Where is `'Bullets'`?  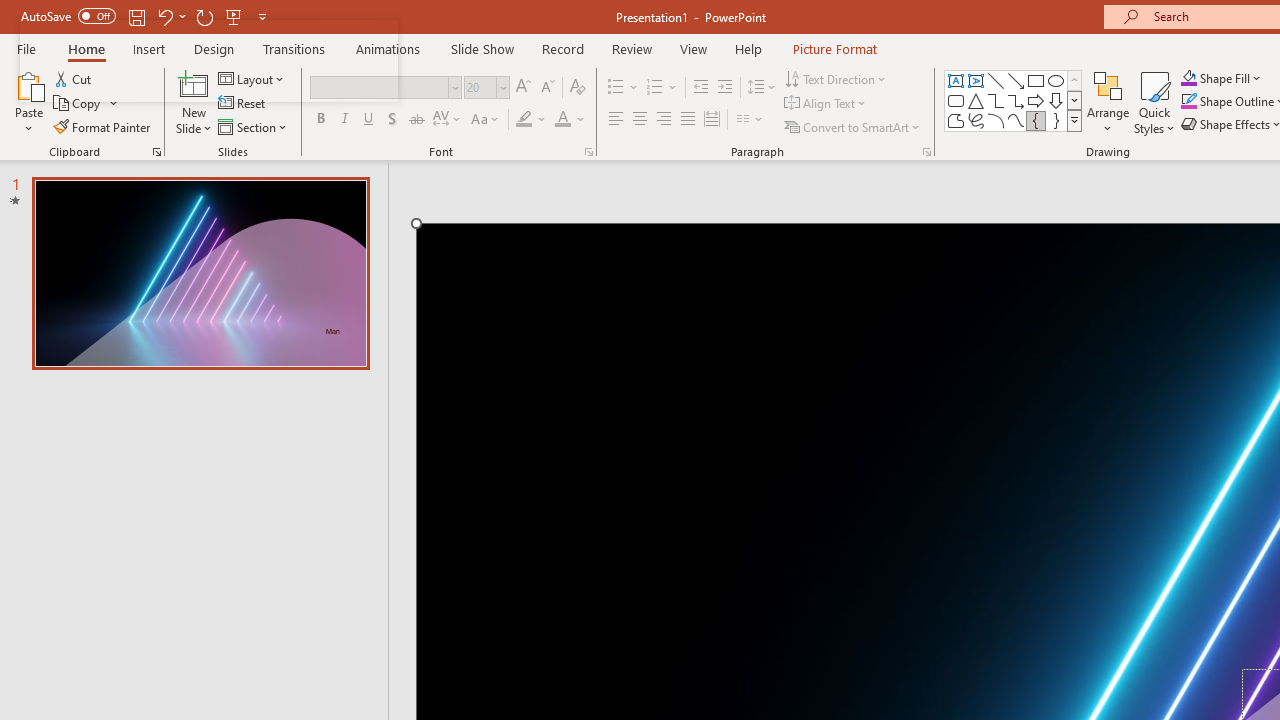
'Bullets' is located at coordinates (615, 86).